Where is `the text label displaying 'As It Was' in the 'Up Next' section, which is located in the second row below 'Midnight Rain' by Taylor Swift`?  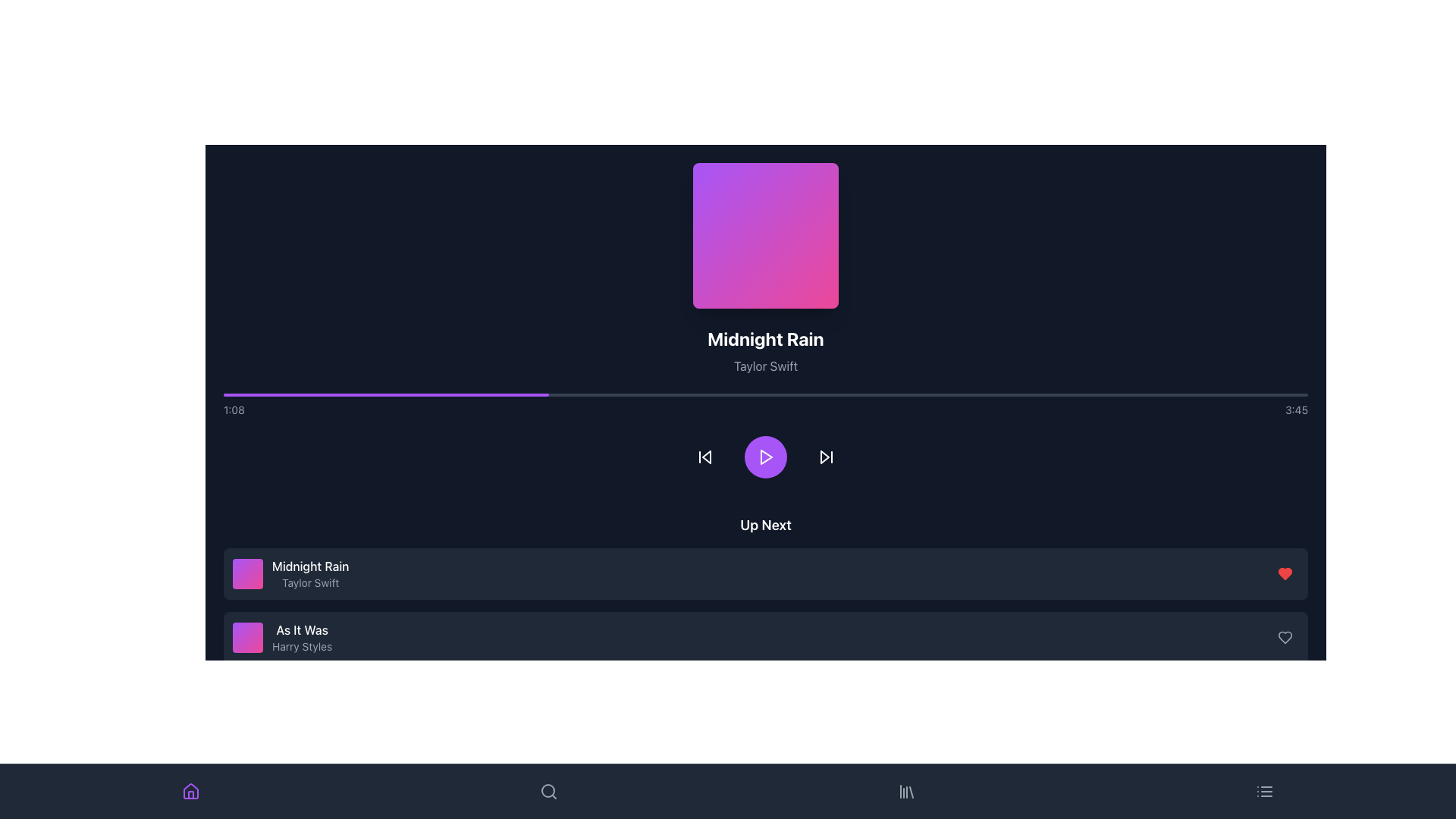 the text label displaying 'As It Was' in the 'Up Next' section, which is located in the second row below 'Midnight Rain' by Taylor Swift is located at coordinates (302, 629).